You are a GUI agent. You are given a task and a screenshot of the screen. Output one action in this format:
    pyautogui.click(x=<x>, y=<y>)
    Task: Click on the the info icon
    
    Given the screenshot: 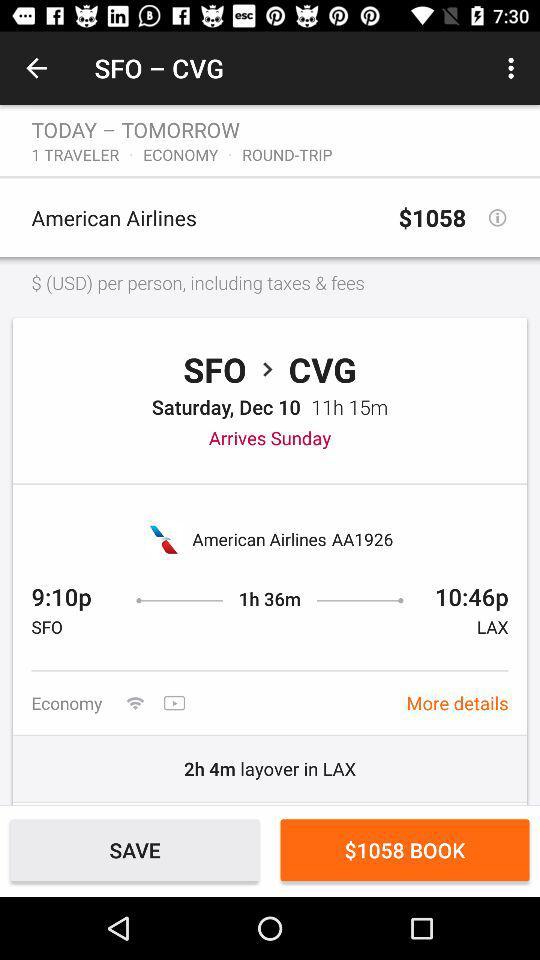 What is the action you would take?
    pyautogui.click(x=496, y=217)
    